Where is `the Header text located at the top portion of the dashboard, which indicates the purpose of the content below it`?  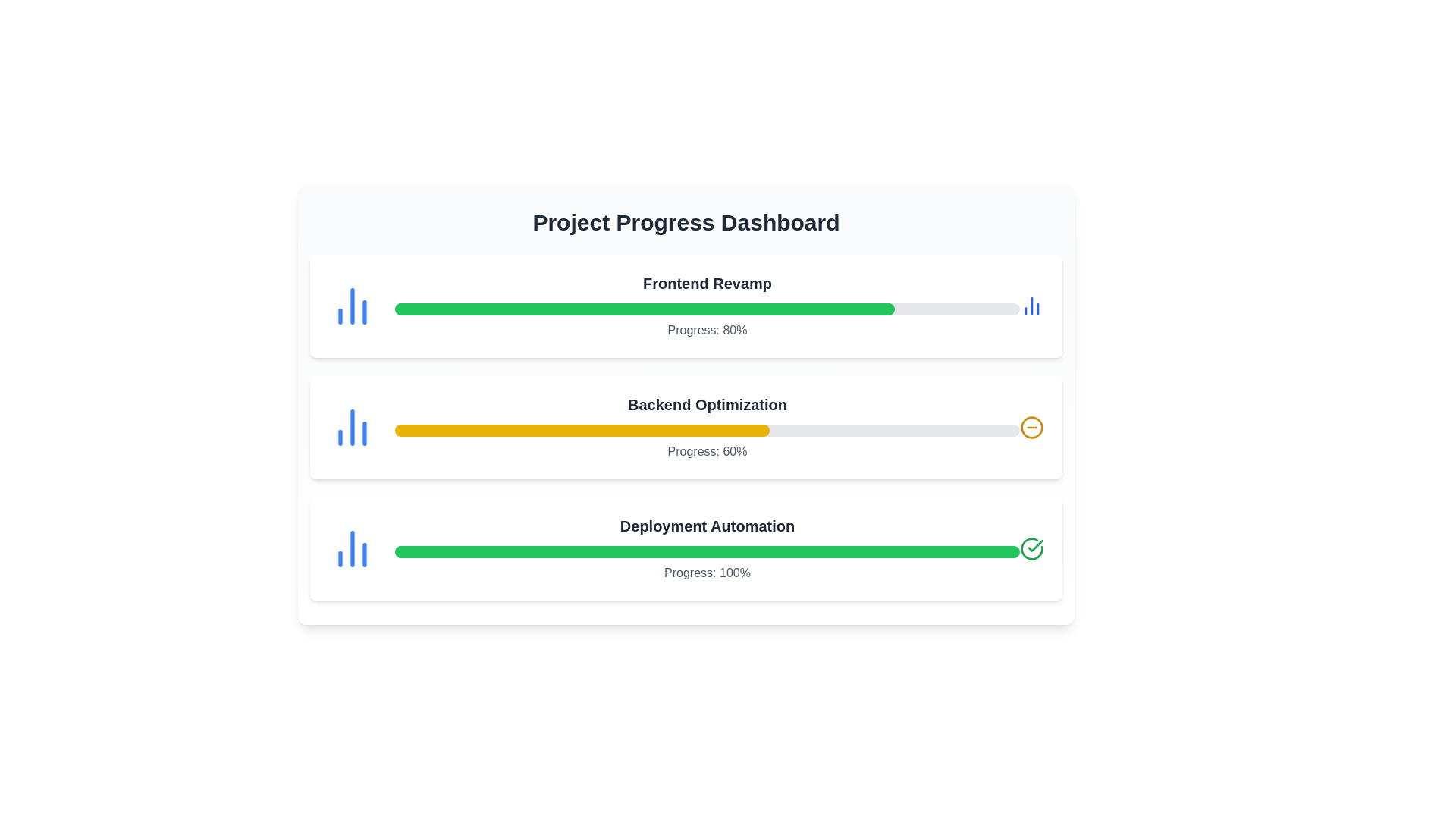 the Header text located at the top portion of the dashboard, which indicates the purpose of the content below it is located at coordinates (686, 222).